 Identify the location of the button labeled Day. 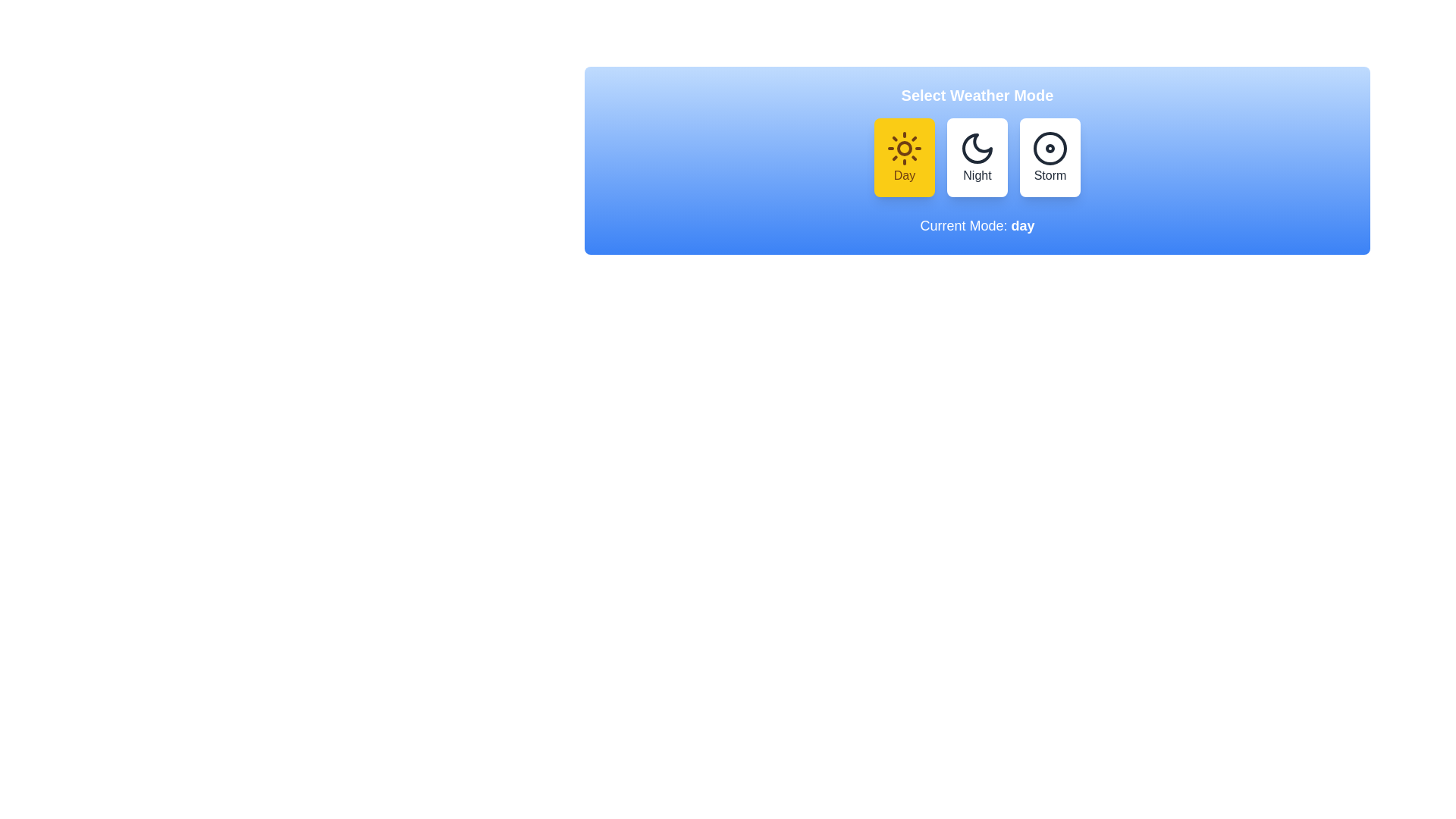
(905, 158).